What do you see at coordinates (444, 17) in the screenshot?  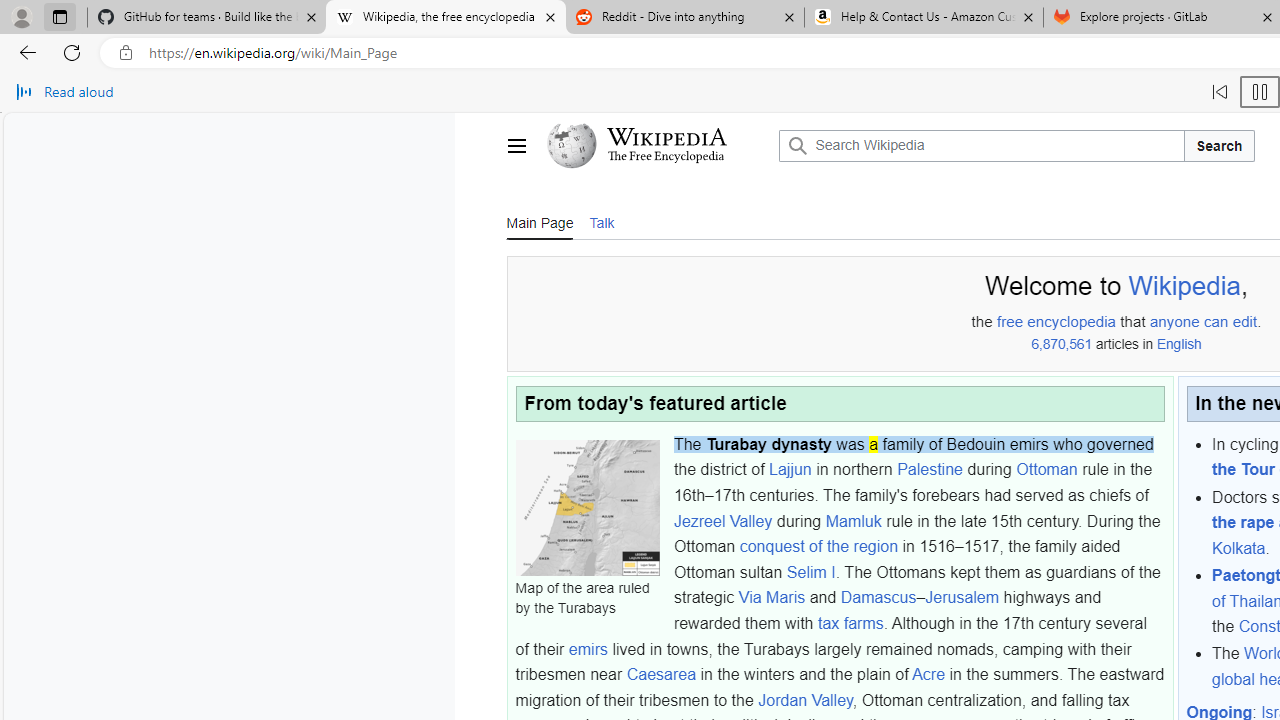 I see `'Wikipedia, the free encyclopedia'` at bounding box center [444, 17].